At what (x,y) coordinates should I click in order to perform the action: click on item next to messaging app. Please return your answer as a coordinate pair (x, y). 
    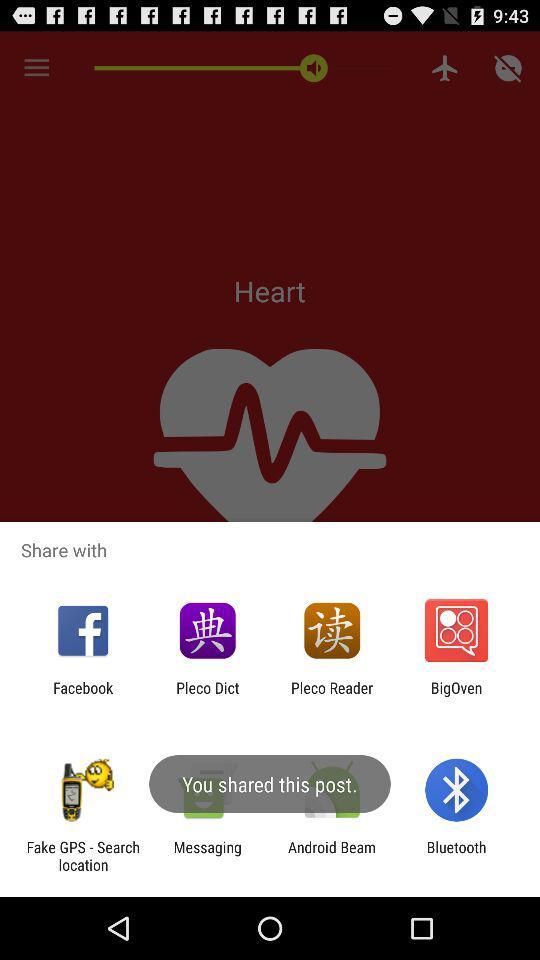
    Looking at the image, I should click on (332, 855).